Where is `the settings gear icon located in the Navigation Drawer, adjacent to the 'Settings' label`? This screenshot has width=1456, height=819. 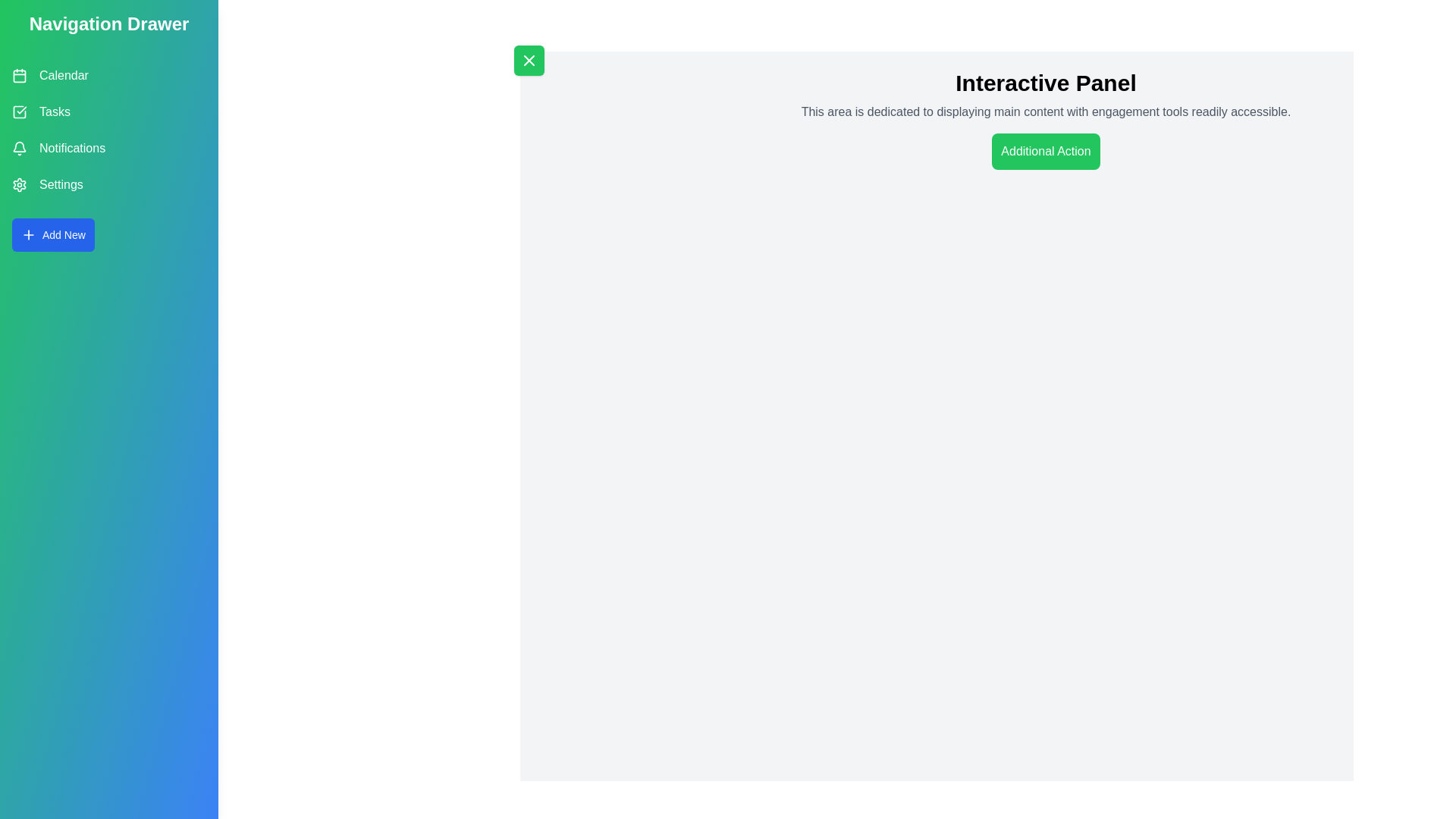
the settings gear icon located in the Navigation Drawer, adjacent to the 'Settings' label is located at coordinates (19, 184).